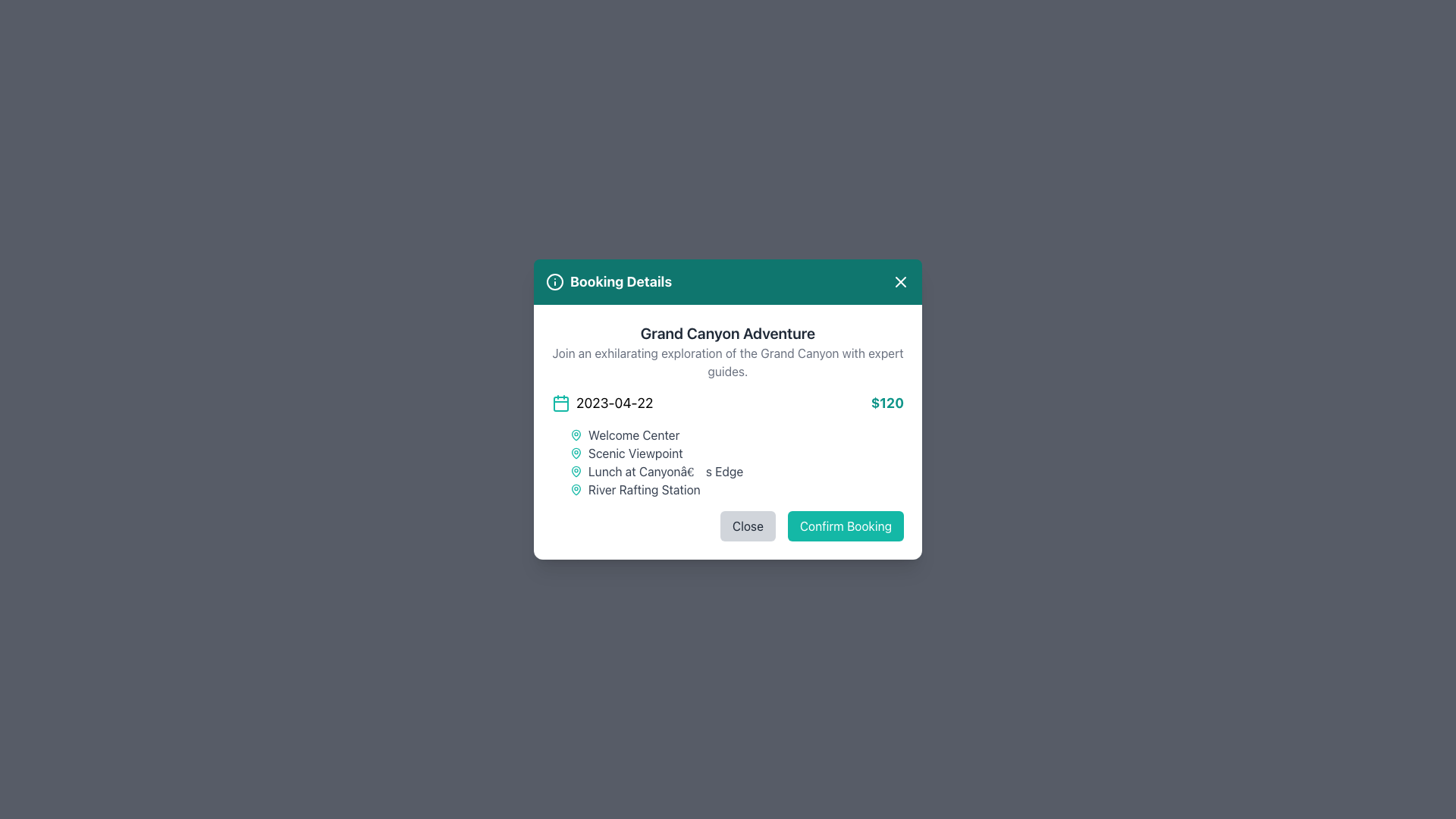 The width and height of the screenshot is (1456, 819). What do you see at coordinates (554, 281) in the screenshot?
I see `the information icon located in the top header bar of the modal dialog, positioned to the left of 'Booking Details', to obtain additional information` at bounding box center [554, 281].